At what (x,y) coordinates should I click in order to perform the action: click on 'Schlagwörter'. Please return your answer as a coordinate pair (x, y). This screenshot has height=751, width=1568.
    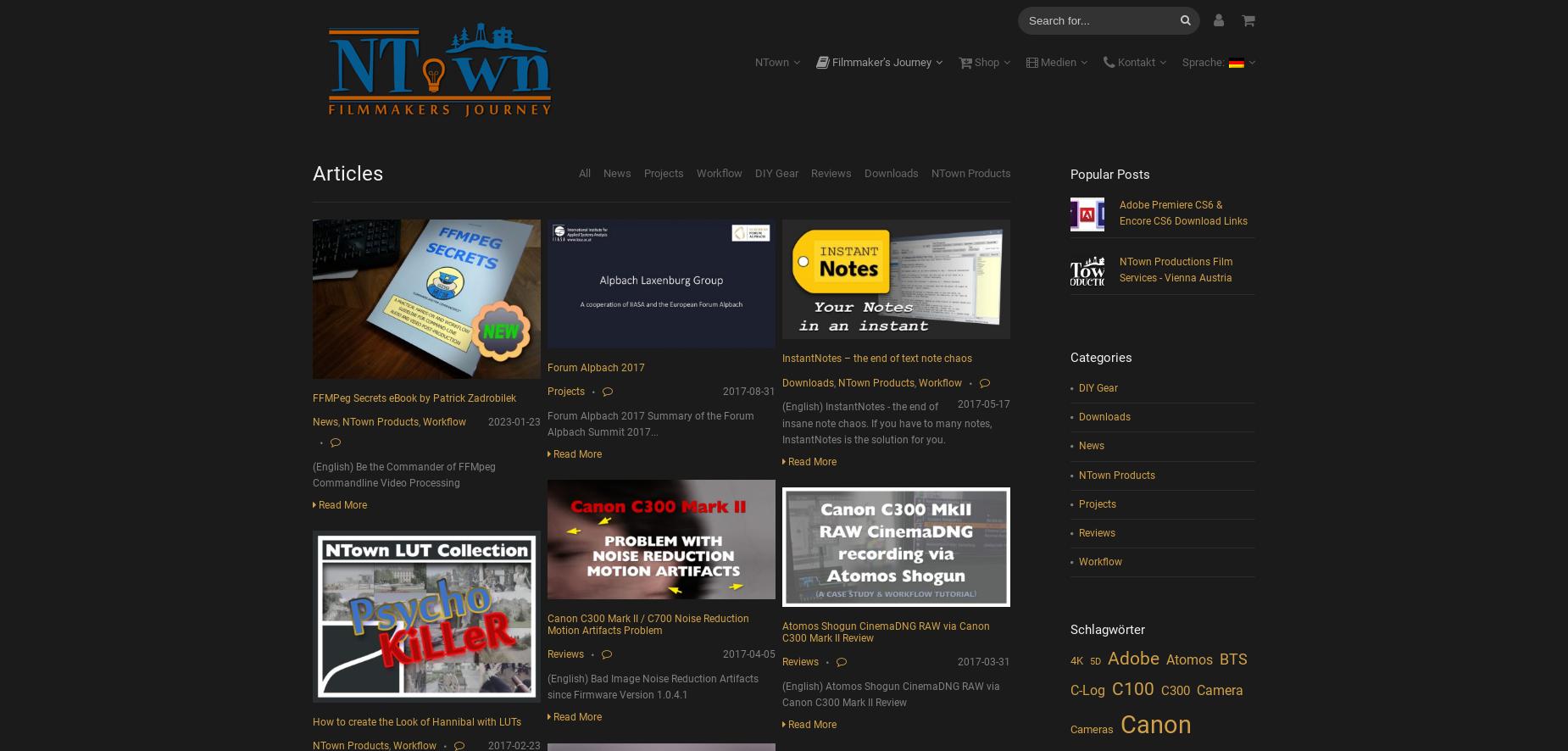
    Looking at the image, I should click on (1105, 629).